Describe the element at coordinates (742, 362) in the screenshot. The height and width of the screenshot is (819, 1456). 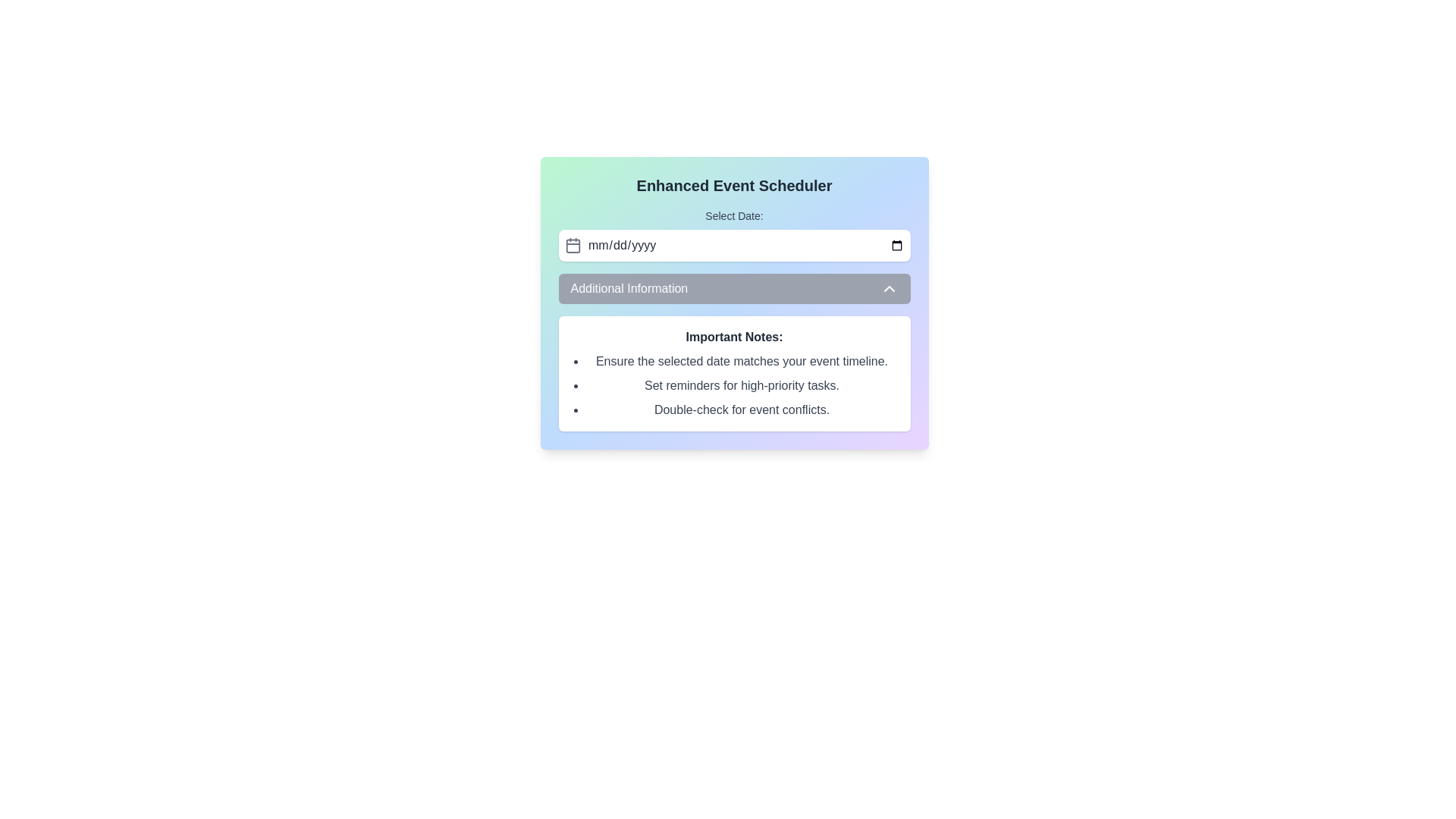
I see `first item in the bulleted list under 'Important Notes:', which states 'Ensure the selected date matches your event timeline.'` at that location.